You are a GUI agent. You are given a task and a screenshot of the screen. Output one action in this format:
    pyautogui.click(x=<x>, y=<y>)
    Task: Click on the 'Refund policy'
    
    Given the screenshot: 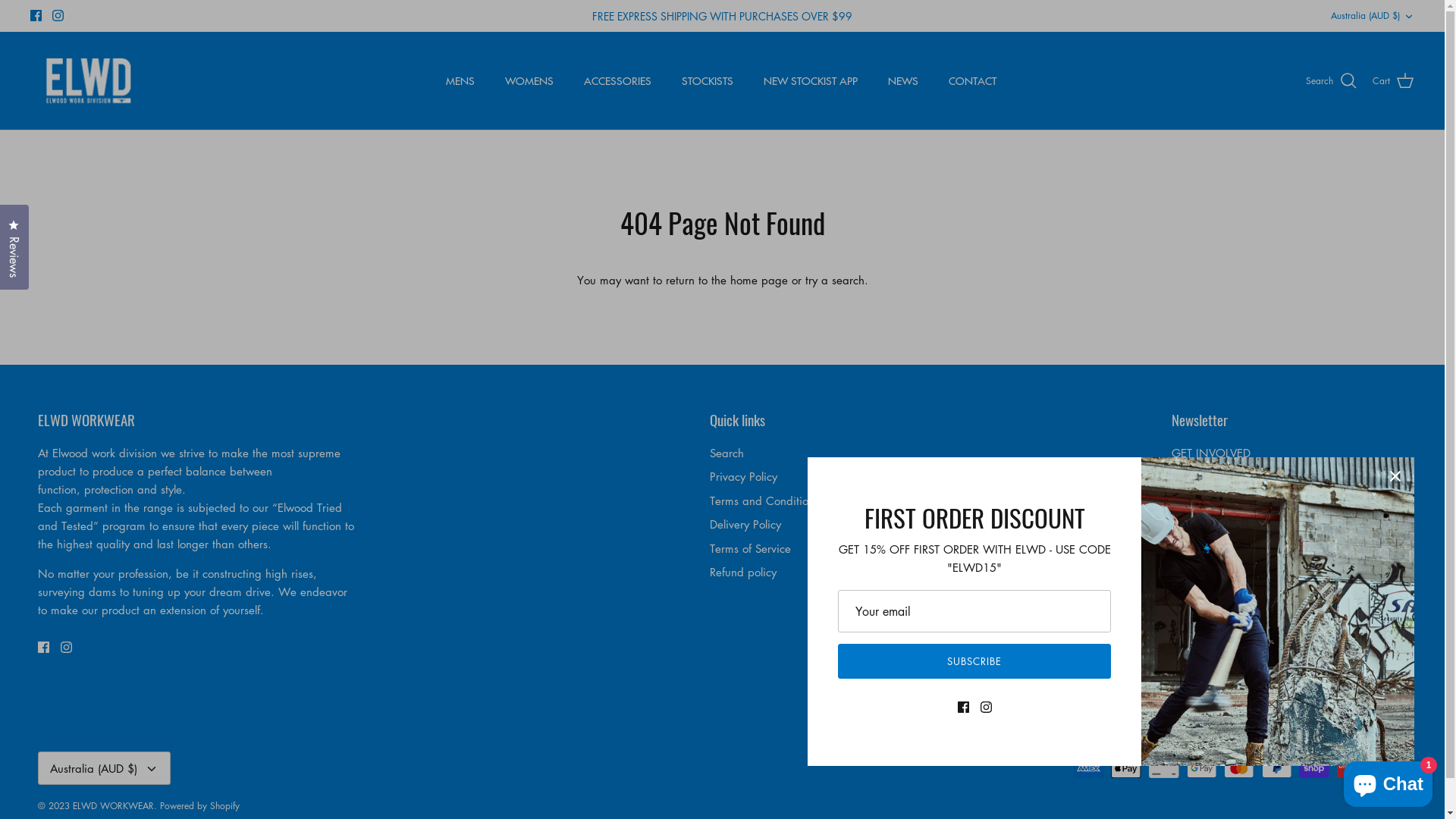 What is the action you would take?
    pyautogui.click(x=709, y=571)
    